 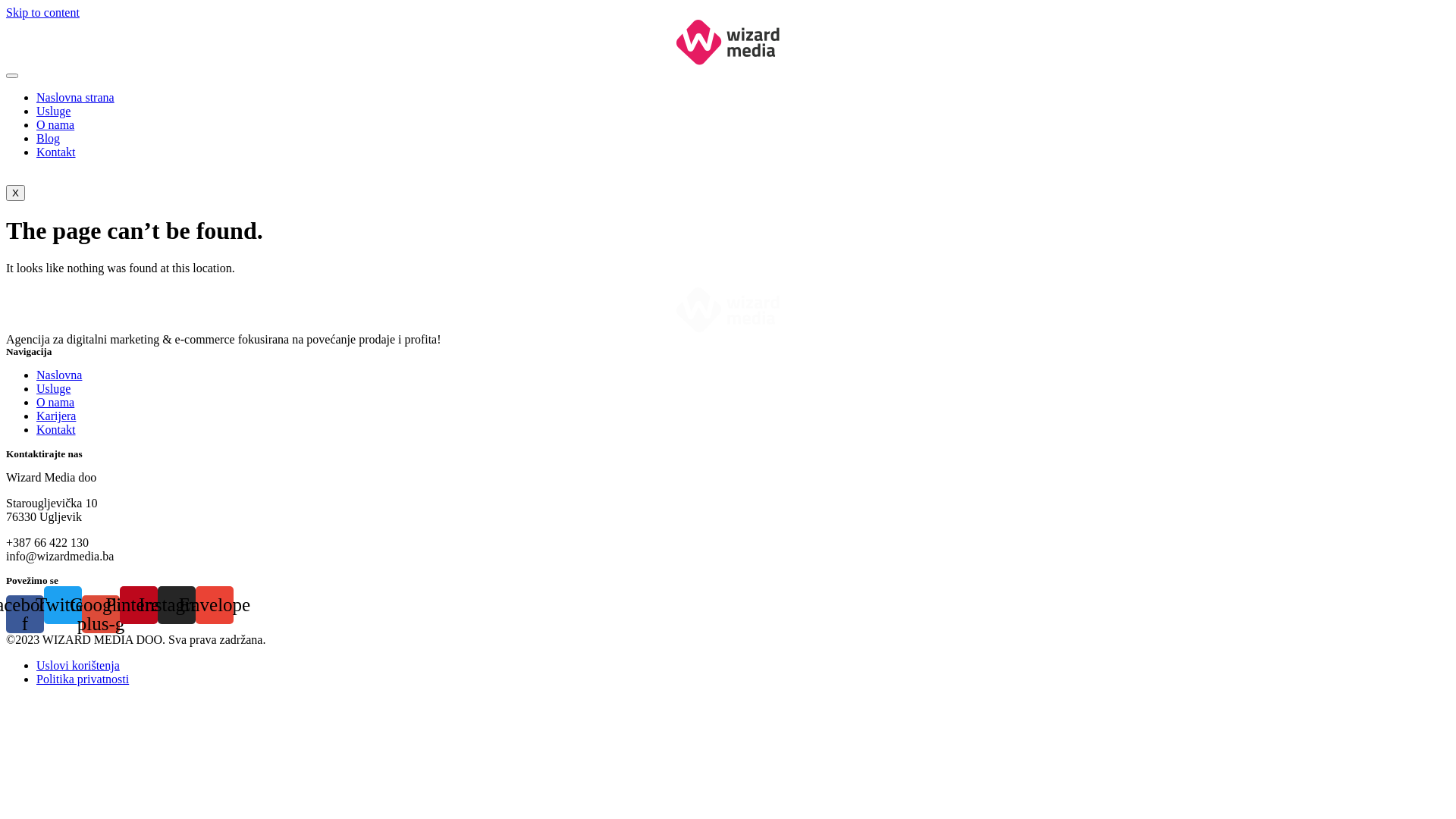 I want to click on 'Twitter', so click(x=61, y=604).